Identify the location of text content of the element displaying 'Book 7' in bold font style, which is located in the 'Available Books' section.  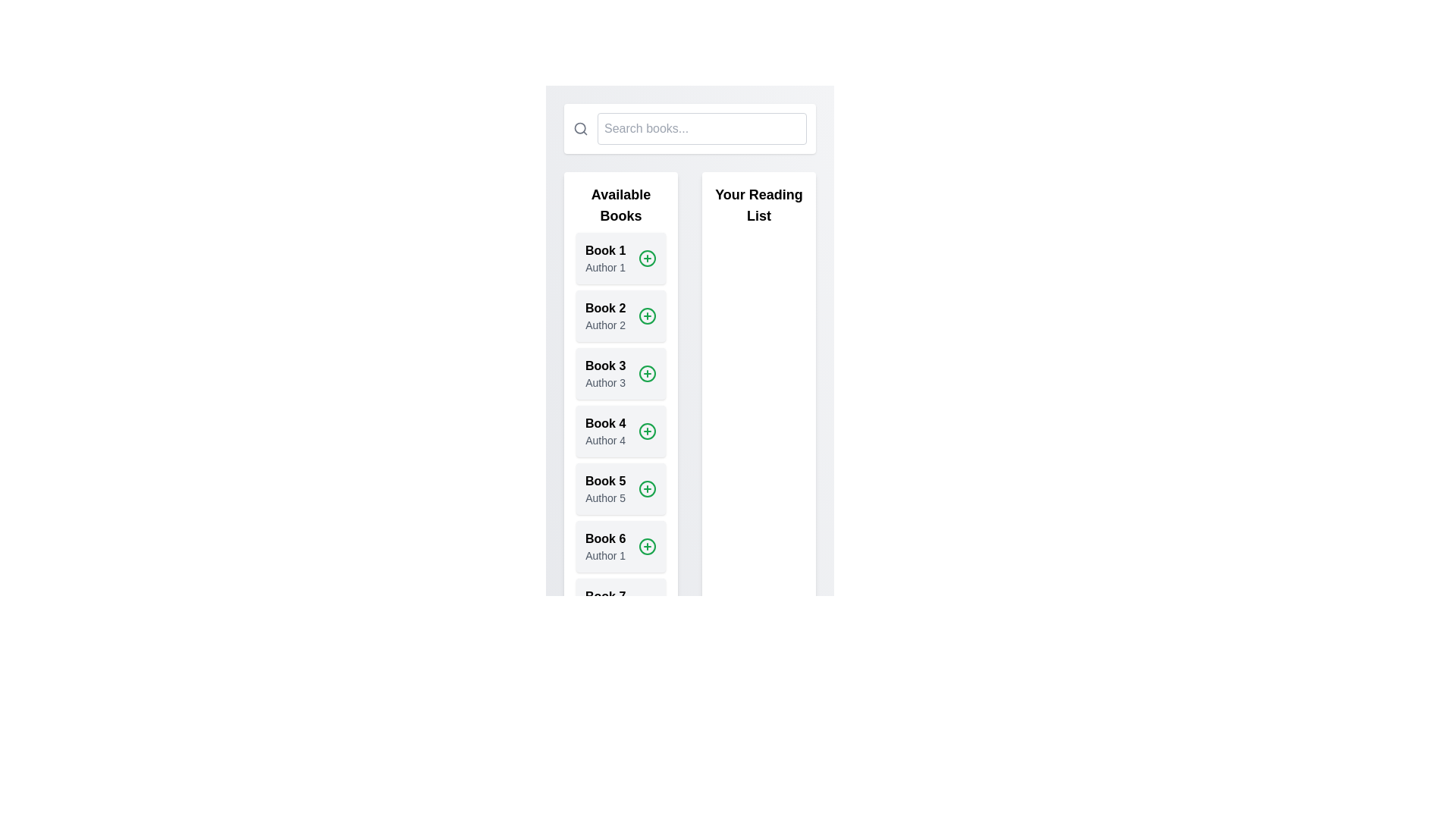
(604, 595).